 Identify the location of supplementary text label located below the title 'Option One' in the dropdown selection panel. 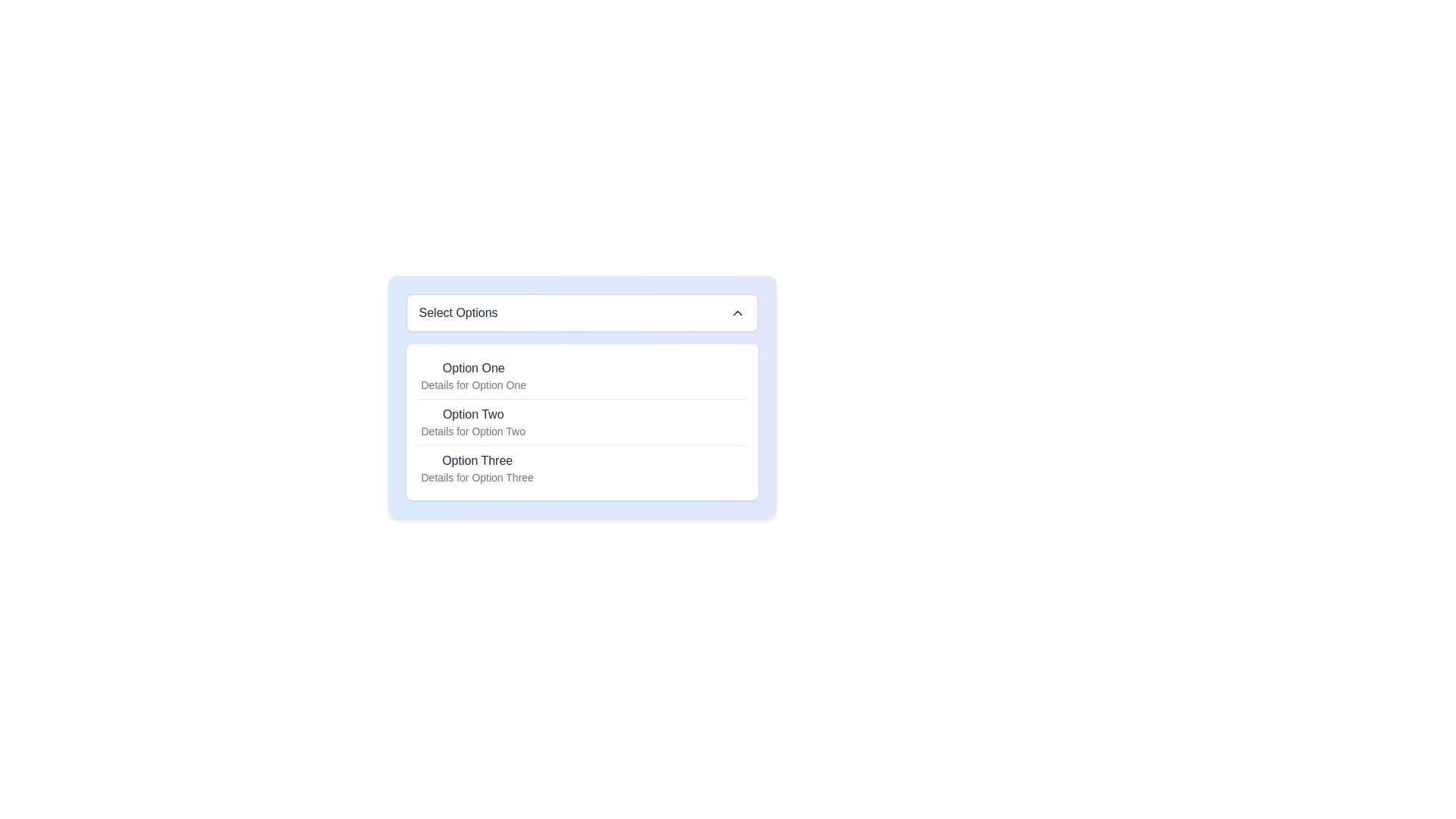
(472, 384).